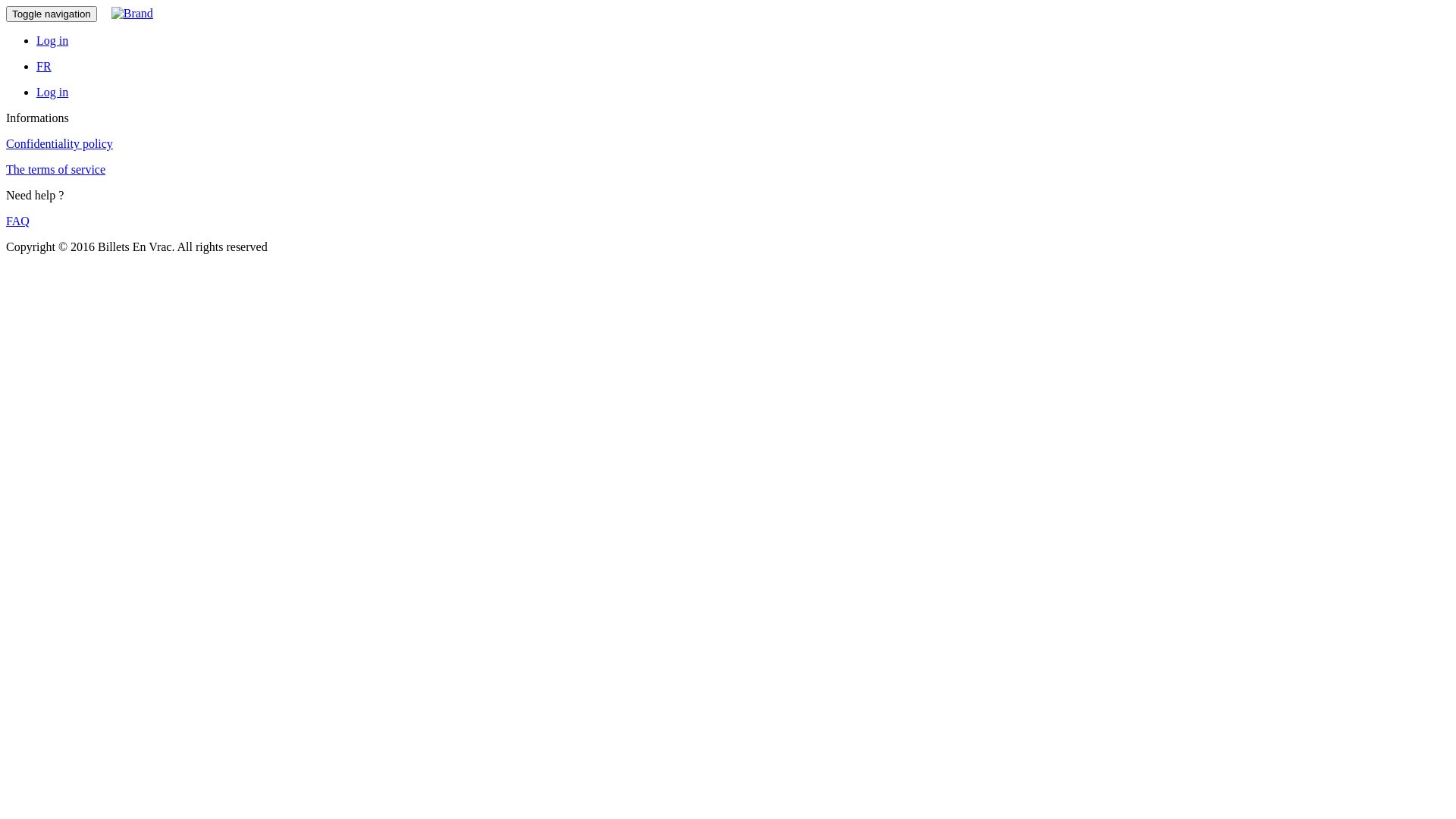 This screenshot has width=1456, height=819. I want to click on 'Log in', so click(36, 39).